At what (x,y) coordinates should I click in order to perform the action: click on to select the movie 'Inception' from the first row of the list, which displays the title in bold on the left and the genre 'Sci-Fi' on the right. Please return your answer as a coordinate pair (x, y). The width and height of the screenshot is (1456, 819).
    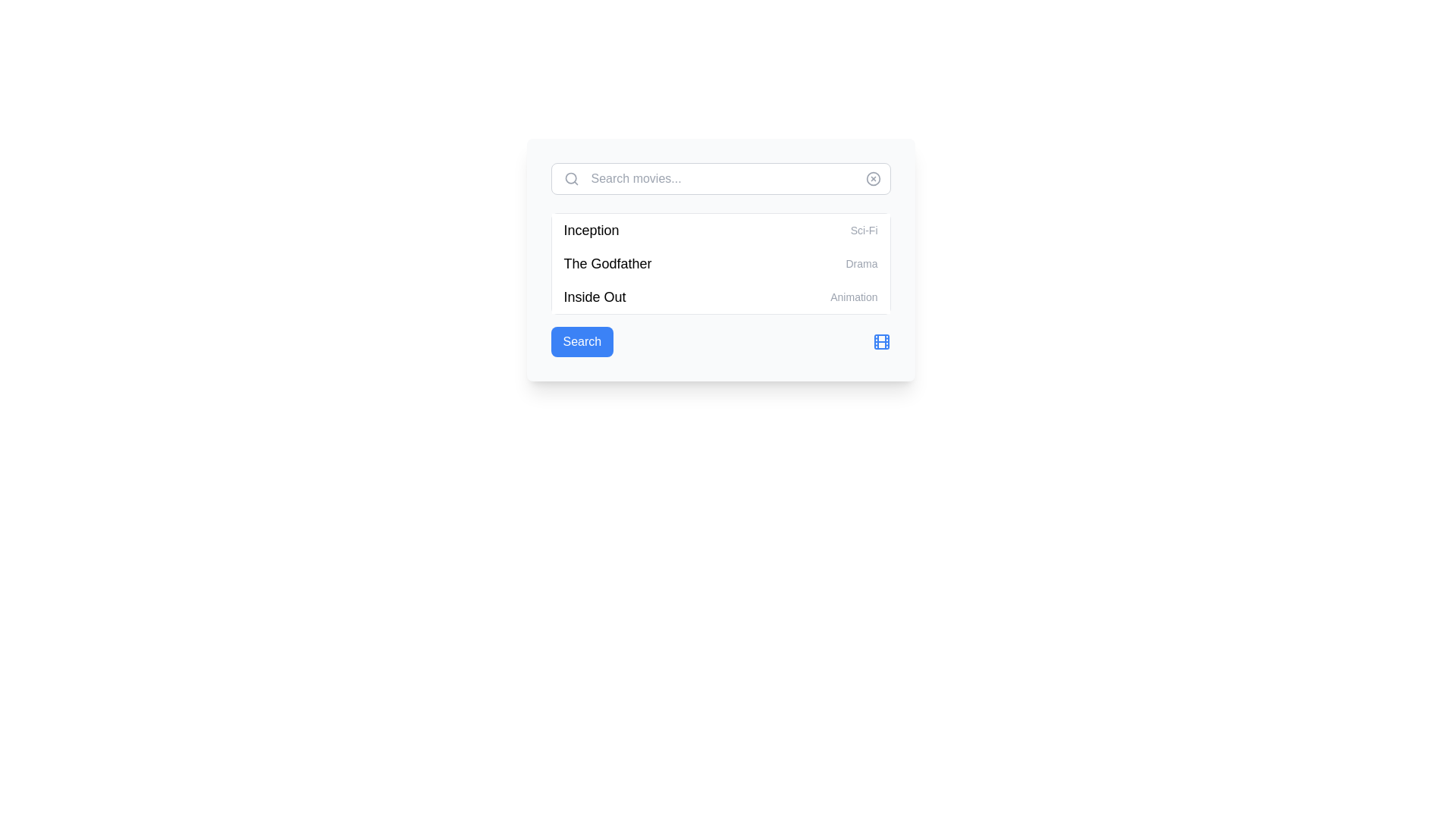
    Looking at the image, I should click on (720, 231).